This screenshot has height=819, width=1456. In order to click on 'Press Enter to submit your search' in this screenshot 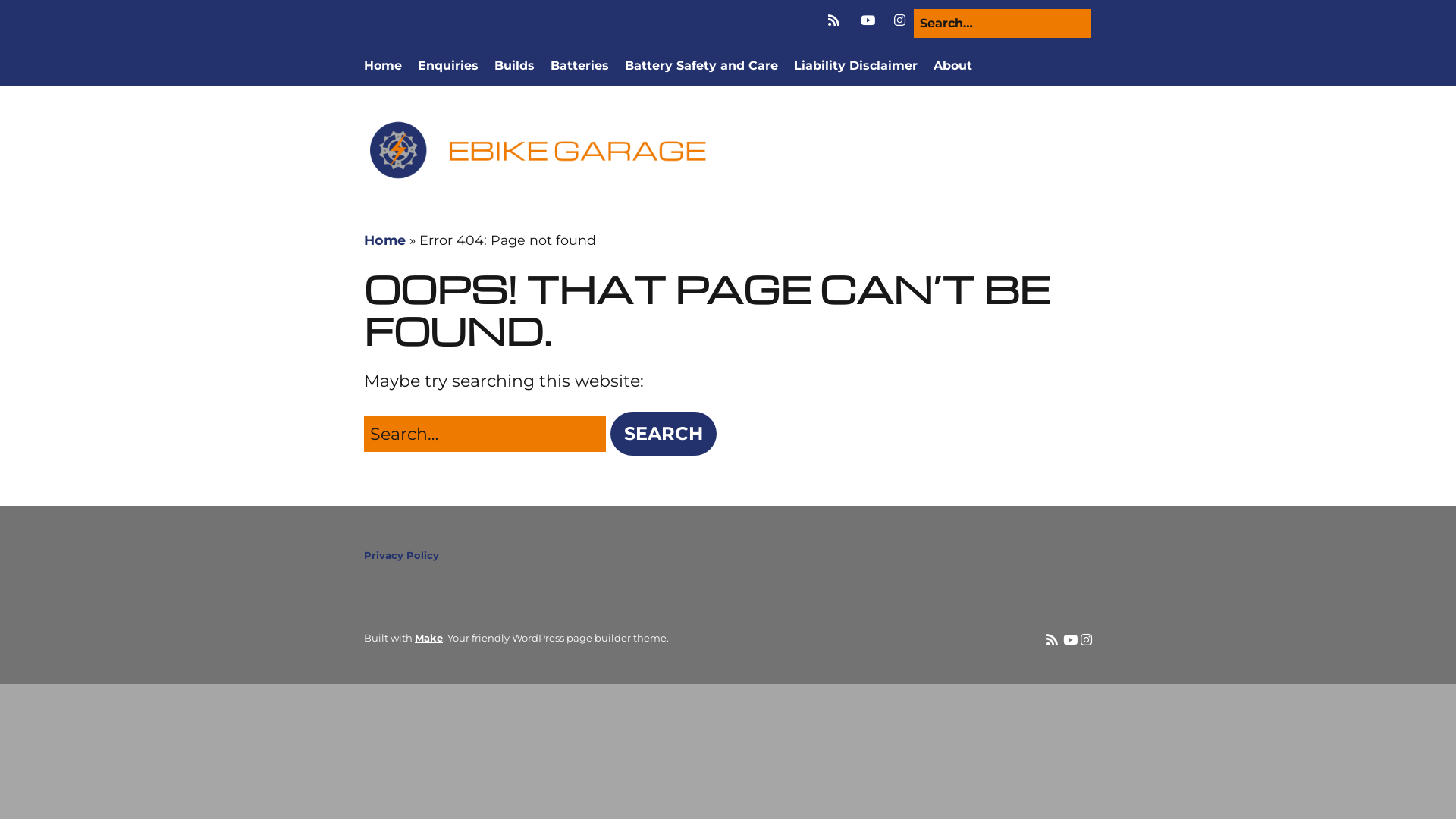, I will do `click(364, 434)`.